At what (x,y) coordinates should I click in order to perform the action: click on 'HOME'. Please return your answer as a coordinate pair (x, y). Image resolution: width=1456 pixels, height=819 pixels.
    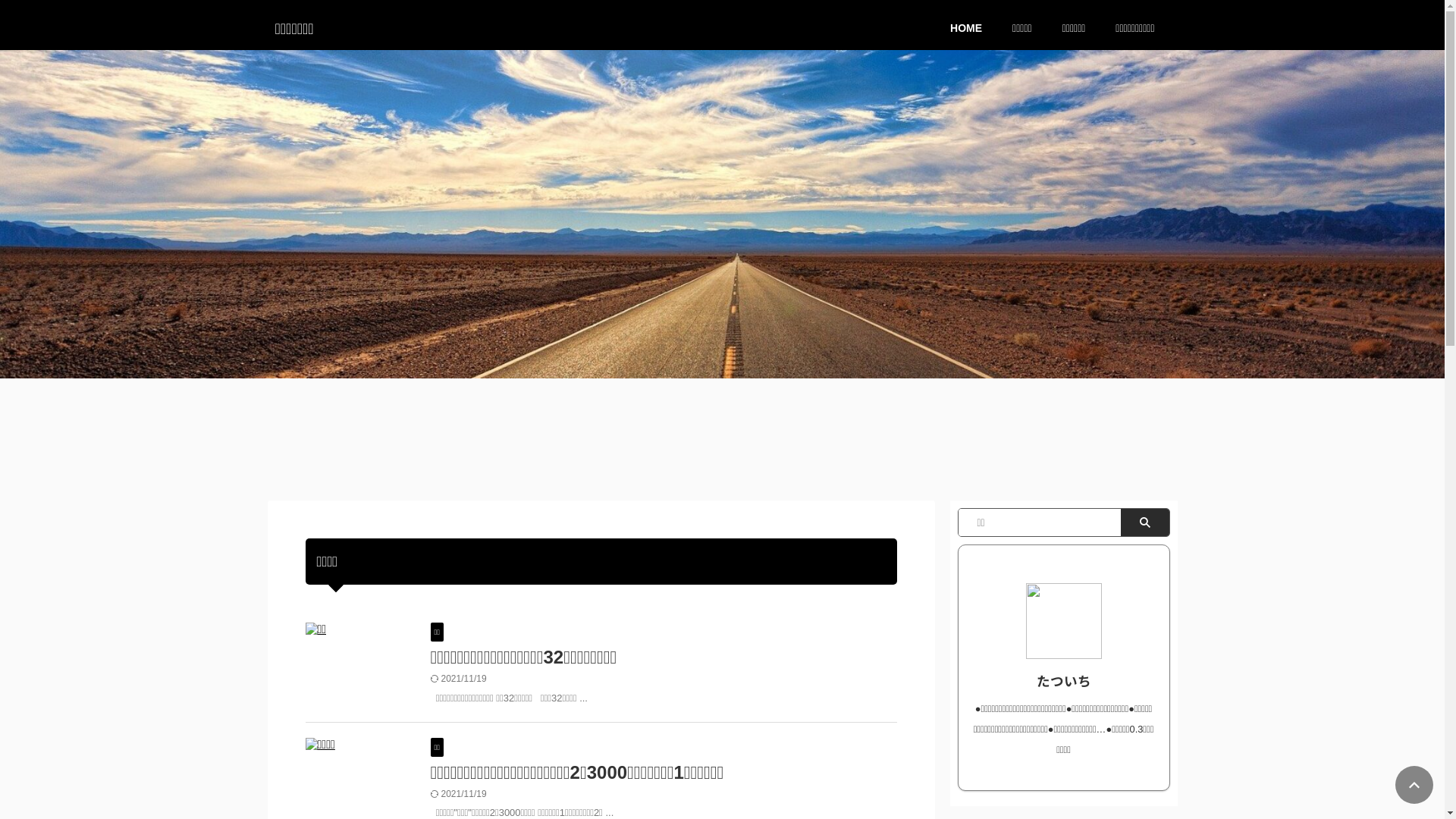
    Looking at the image, I should click on (949, 27).